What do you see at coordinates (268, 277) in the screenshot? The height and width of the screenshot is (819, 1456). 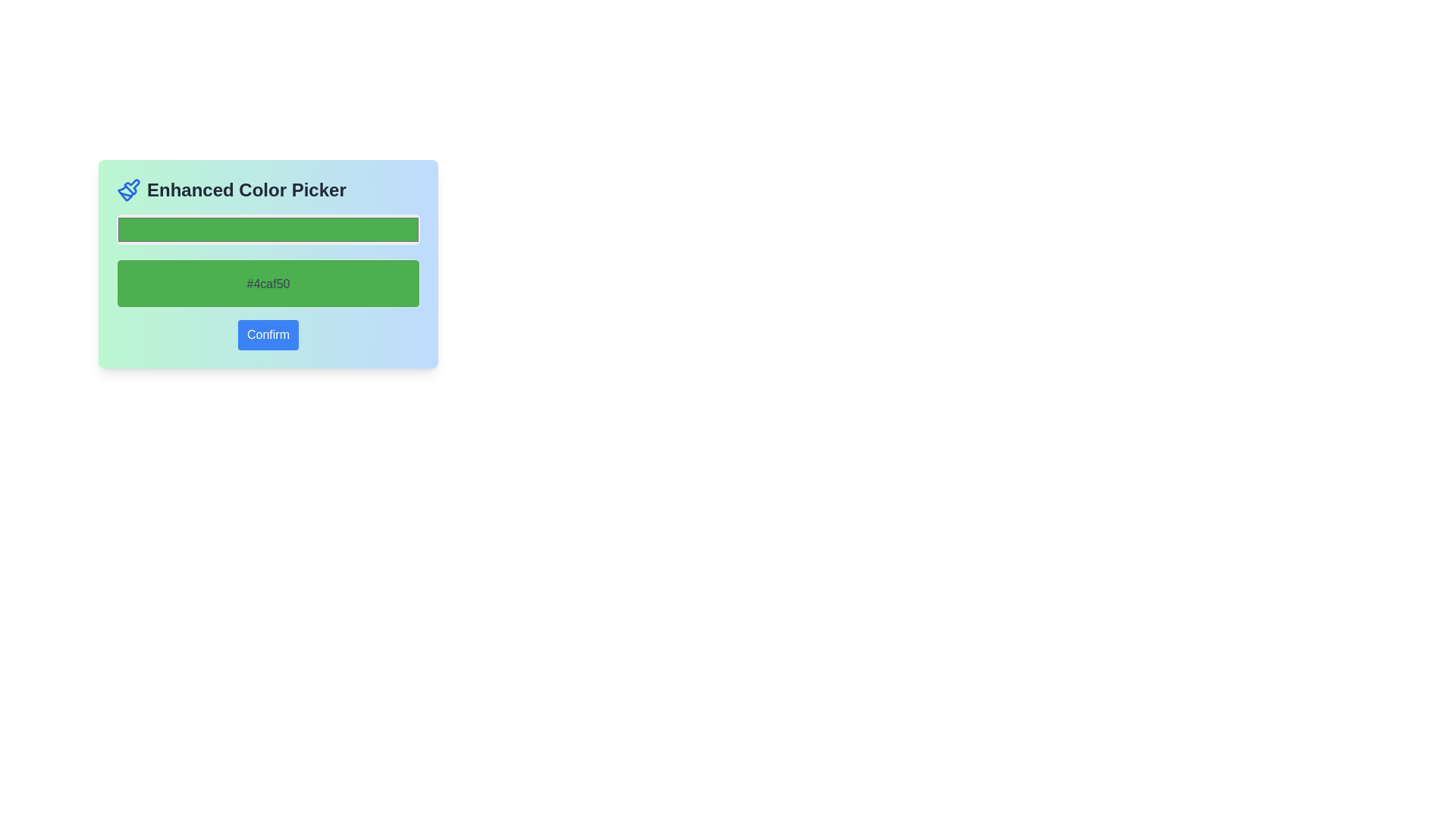 I see `the text label displayed in the second green rectangular block of the 'Enhanced Color Picker' interface` at bounding box center [268, 277].